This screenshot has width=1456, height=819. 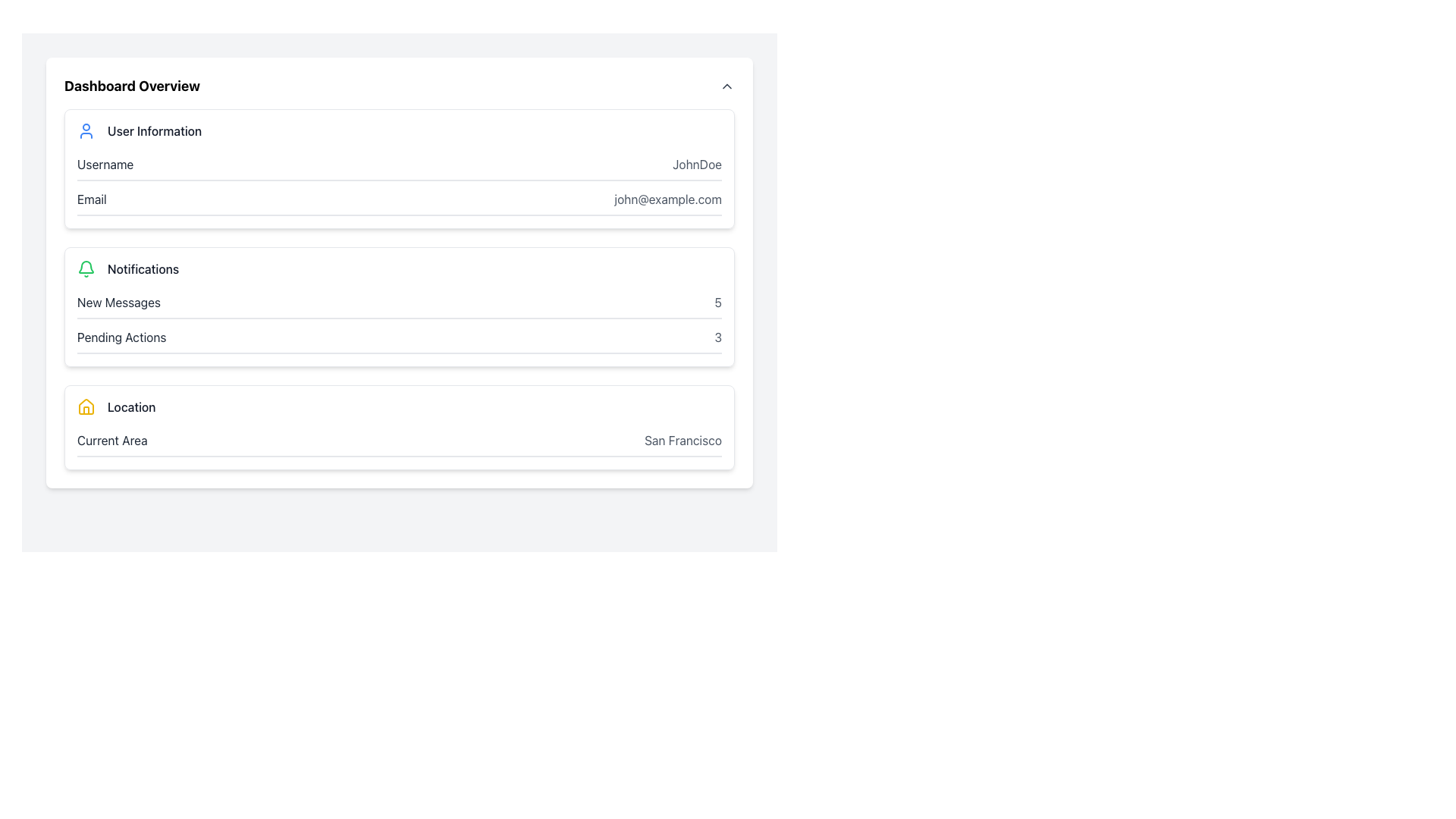 I want to click on the upward-pointing chevron icon located near the top-right corner of the 'Dashboard Overview' header, so click(x=726, y=86).